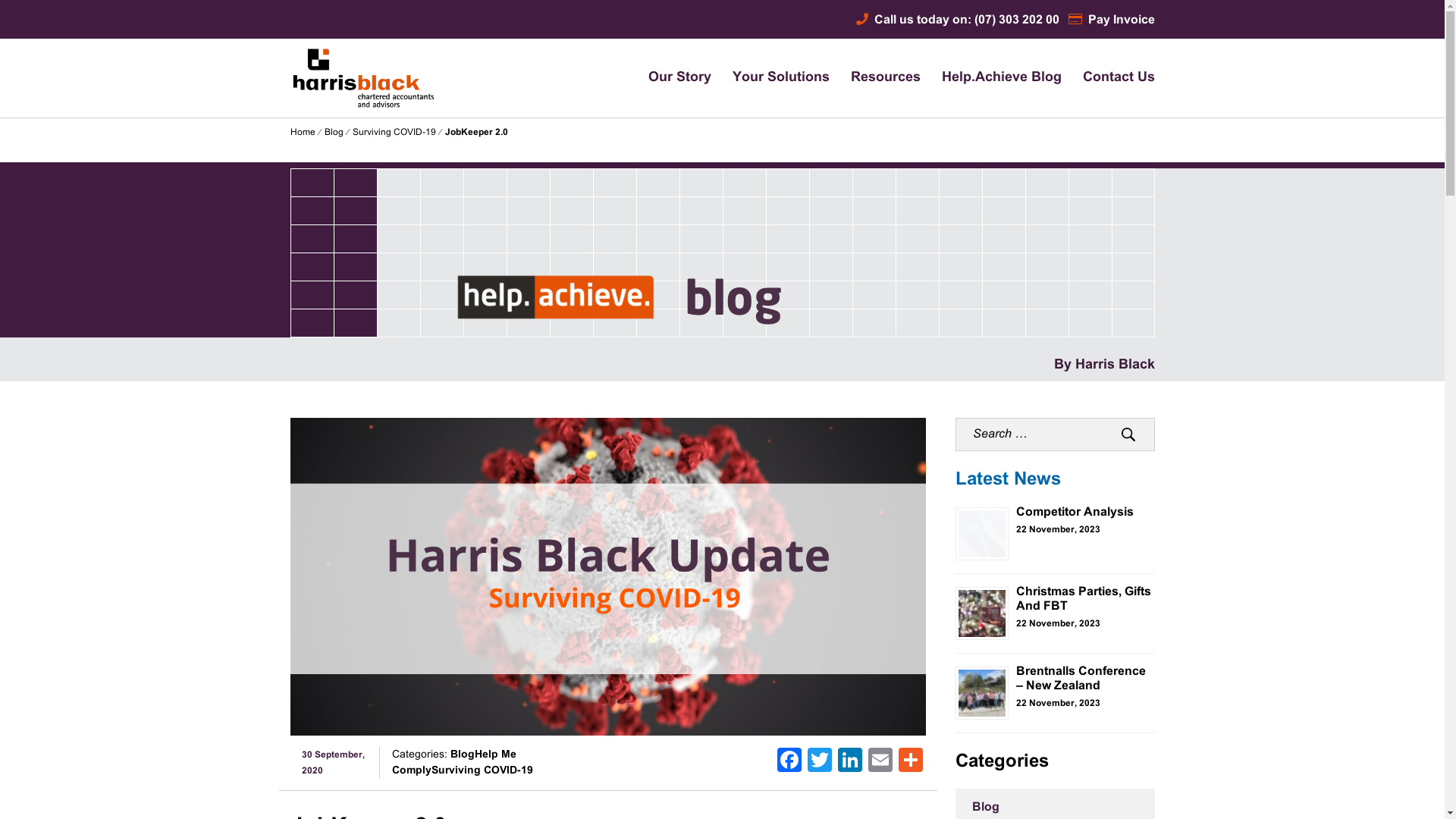  What do you see at coordinates (1119, 78) in the screenshot?
I see `'Contact Us'` at bounding box center [1119, 78].